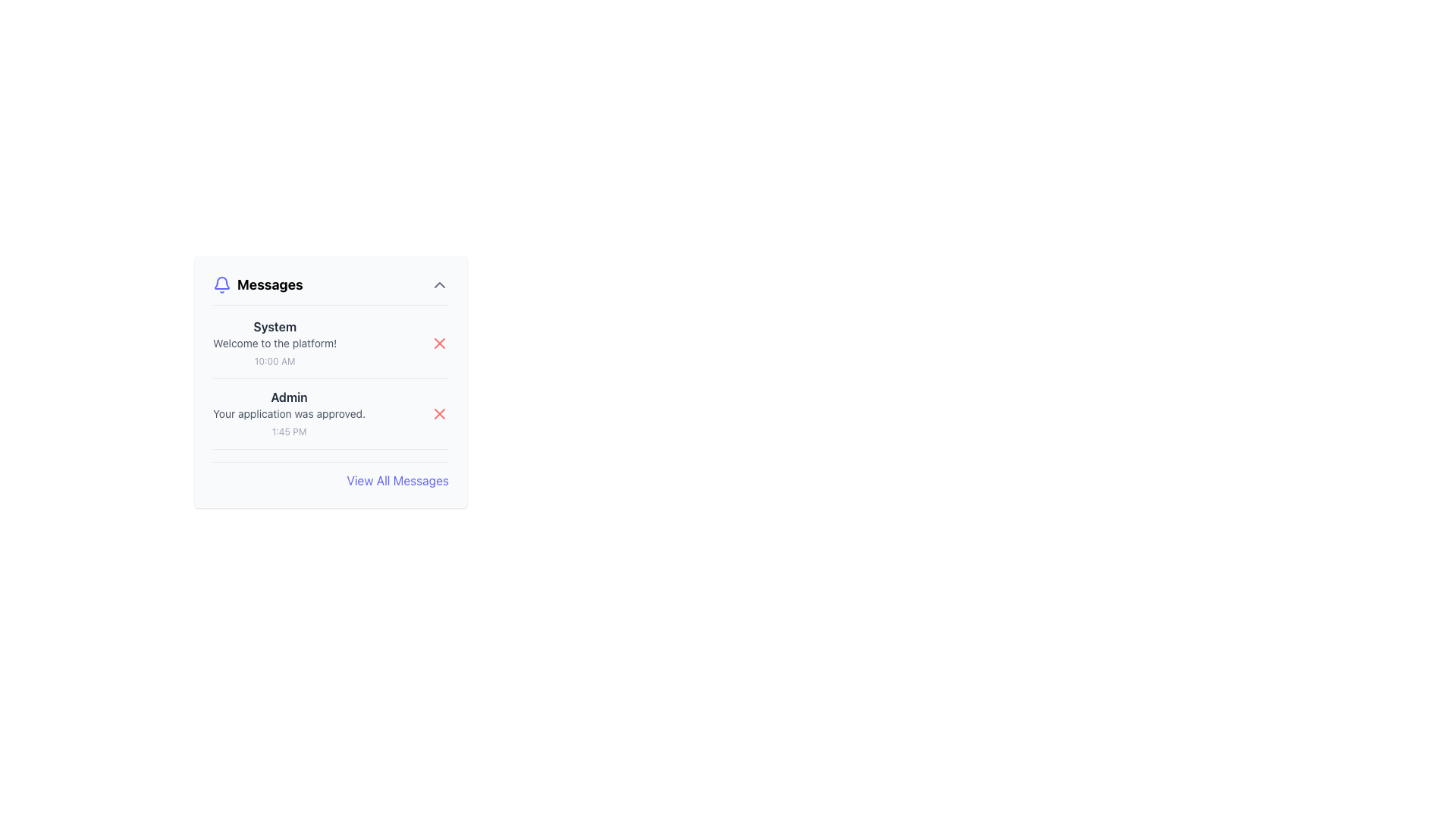 This screenshot has width=1456, height=819. What do you see at coordinates (397, 480) in the screenshot?
I see `the hyperlink styled with an indigo font color and underlined text that reads 'View All Messages' to trigger hover effects` at bounding box center [397, 480].